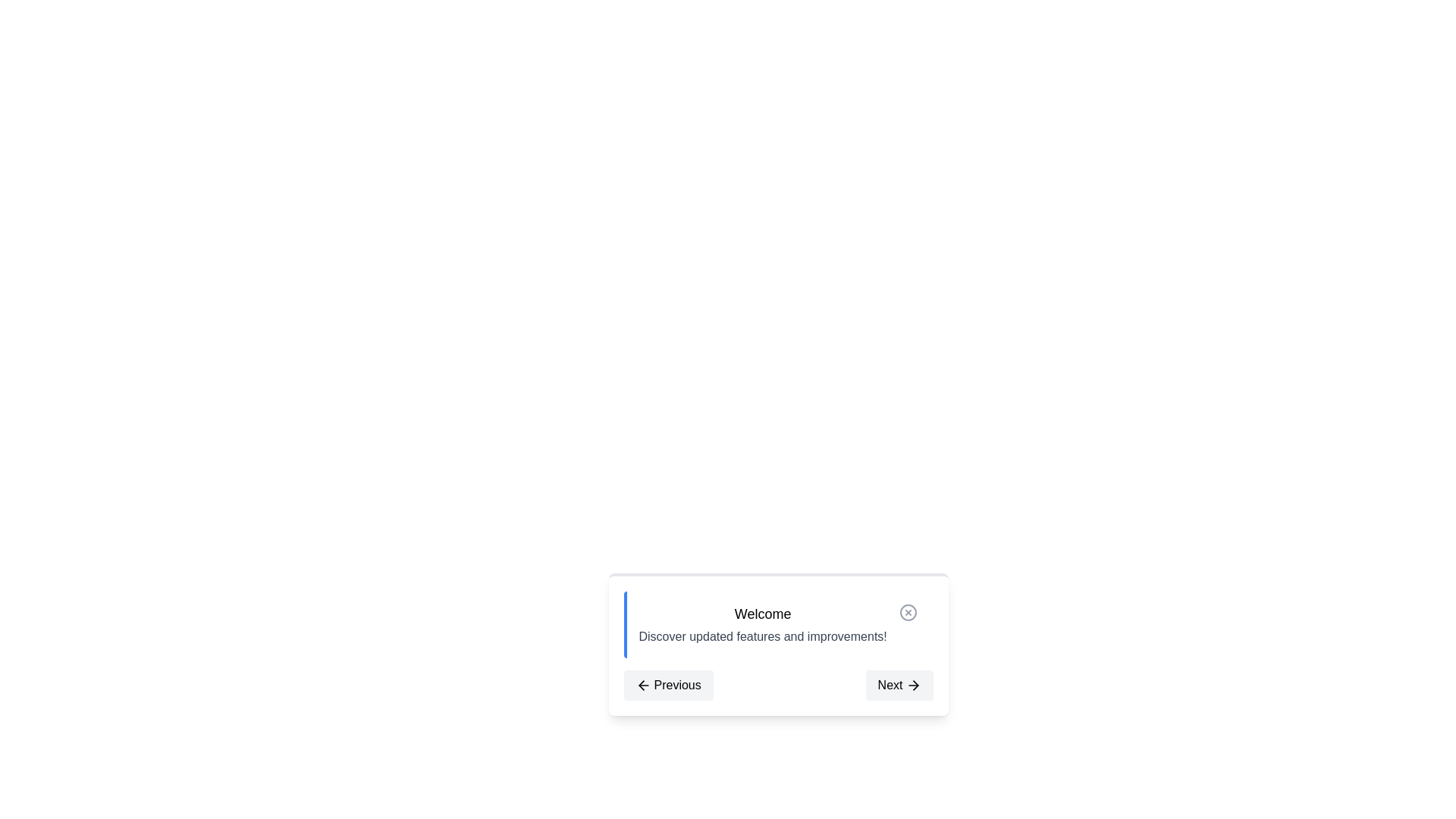 The width and height of the screenshot is (1456, 819). Describe the element at coordinates (908, 611) in the screenshot. I see `the close button located in the top-right corner of the notification panel` at that location.